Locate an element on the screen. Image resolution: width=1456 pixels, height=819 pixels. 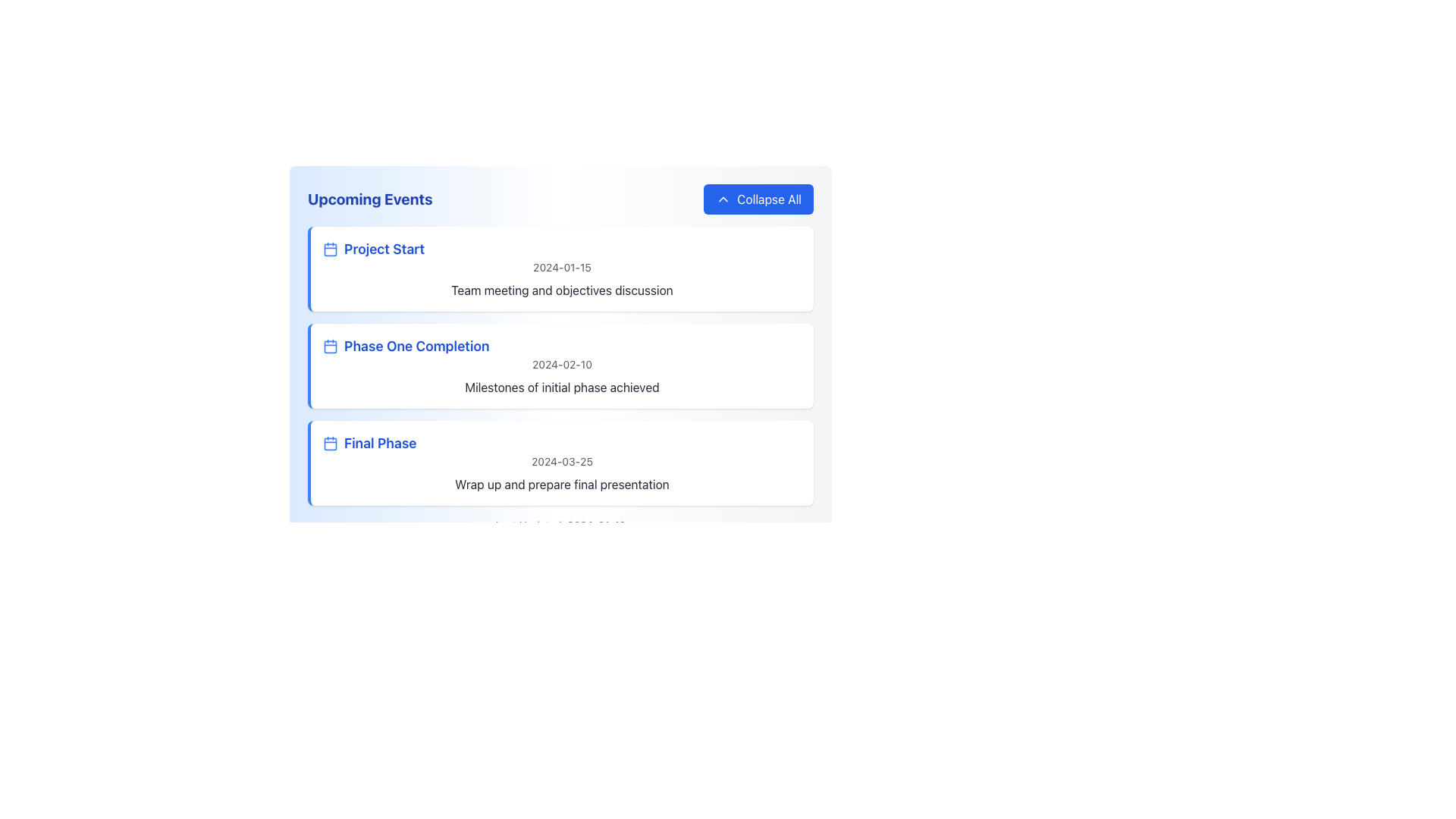
the SVG chevron icon that indicates the collapse functionality of the 'Collapse All' button located in the top-right corner of the interface is located at coordinates (723, 198).